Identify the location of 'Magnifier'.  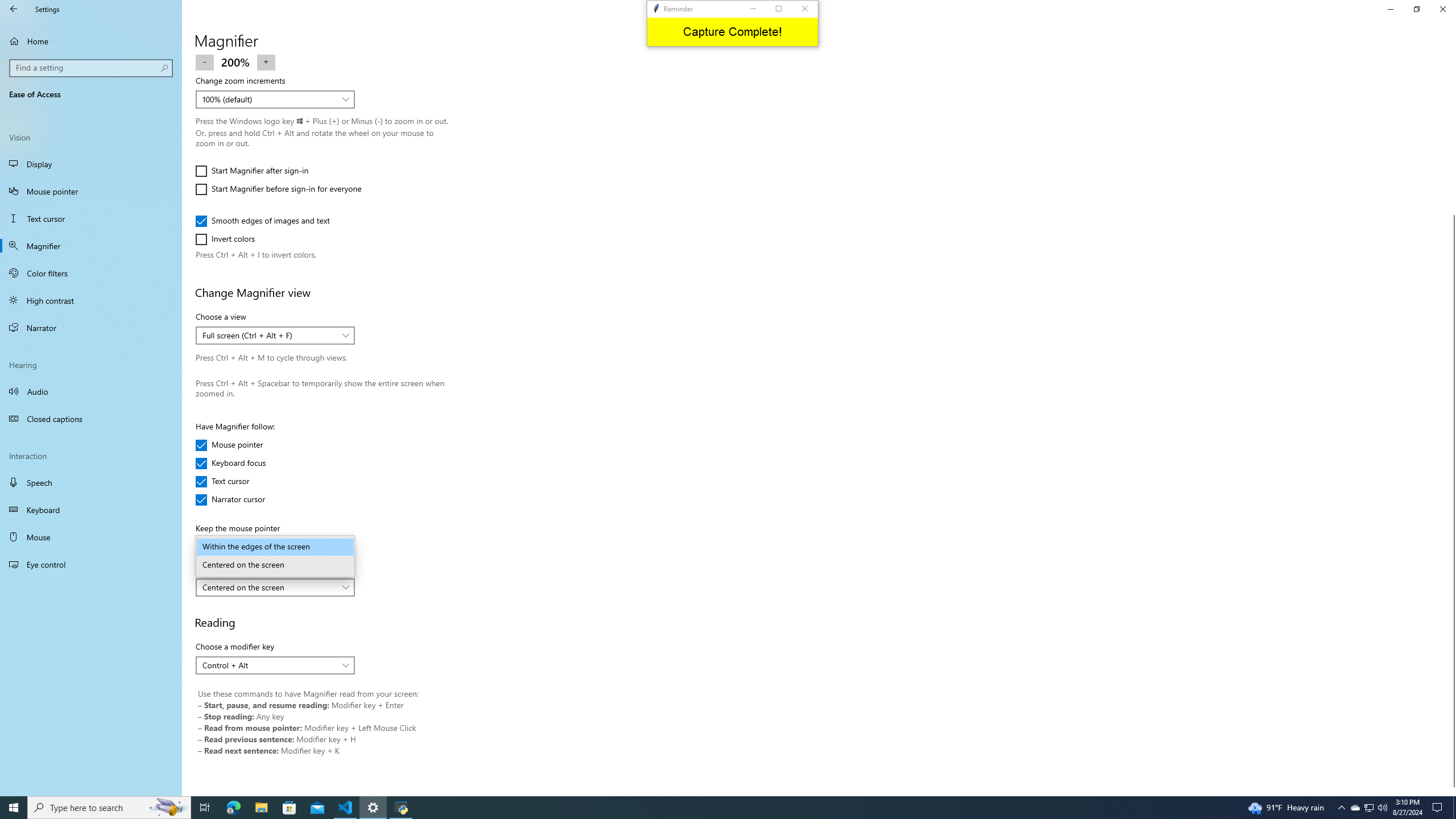
(90, 246).